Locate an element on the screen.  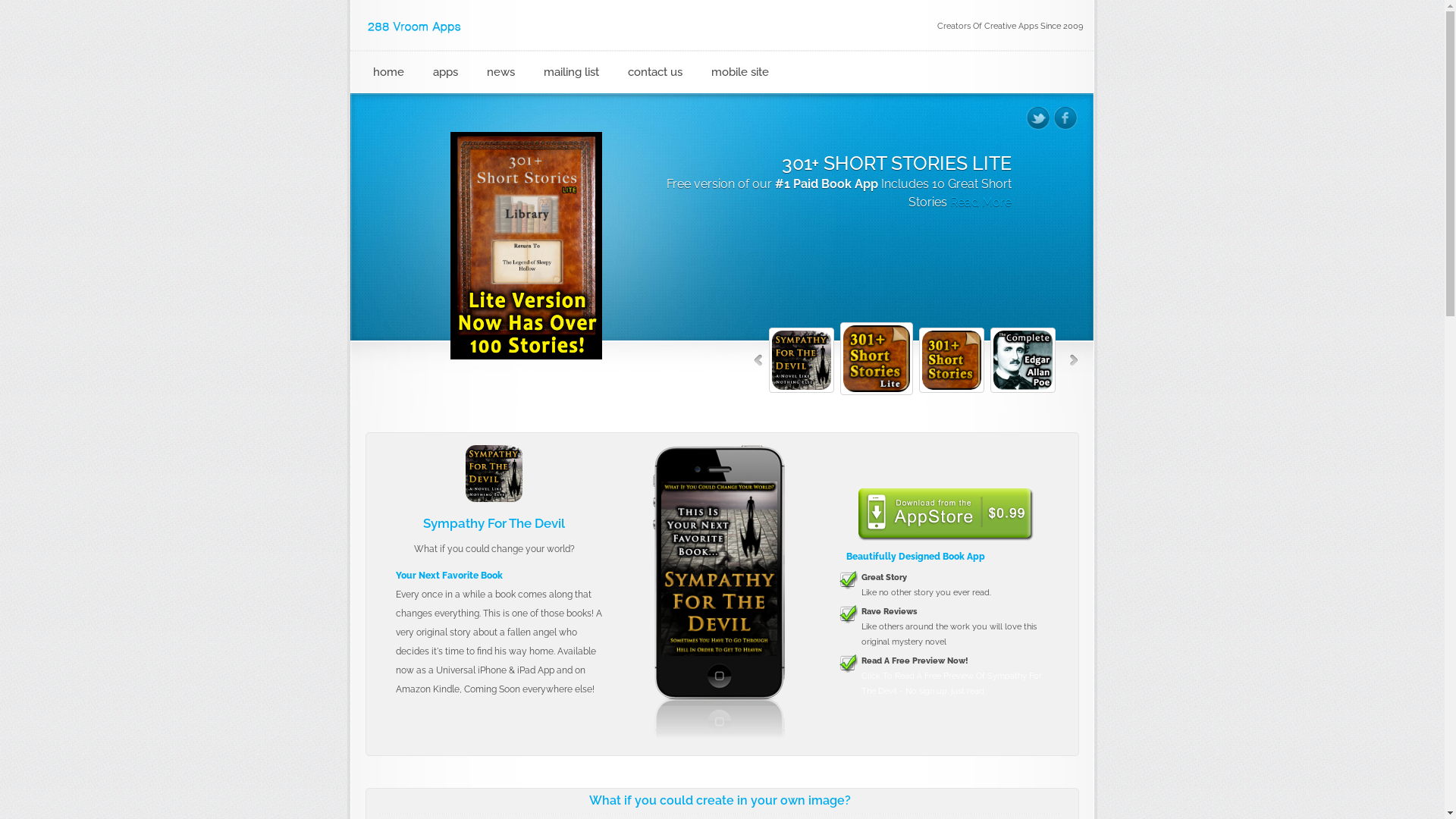
'twitter-ico' is located at coordinates (1037, 117).